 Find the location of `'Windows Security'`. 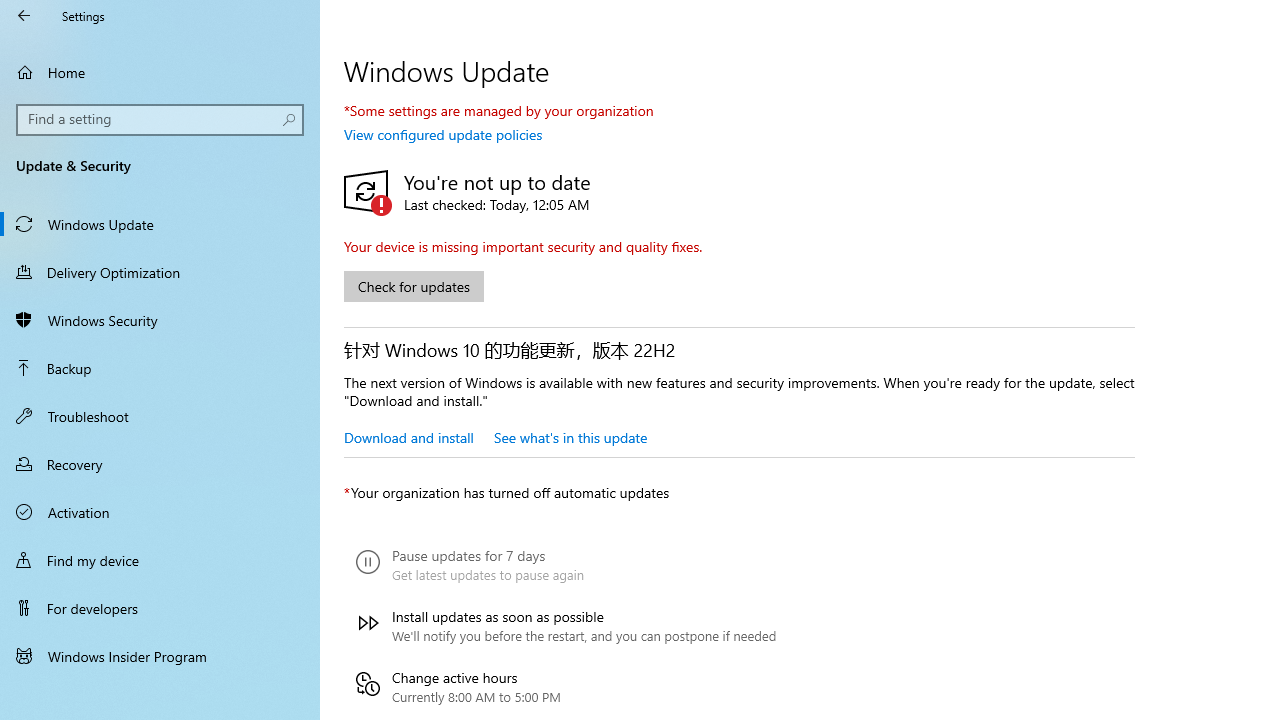

'Windows Security' is located at coordinates (160, 319).